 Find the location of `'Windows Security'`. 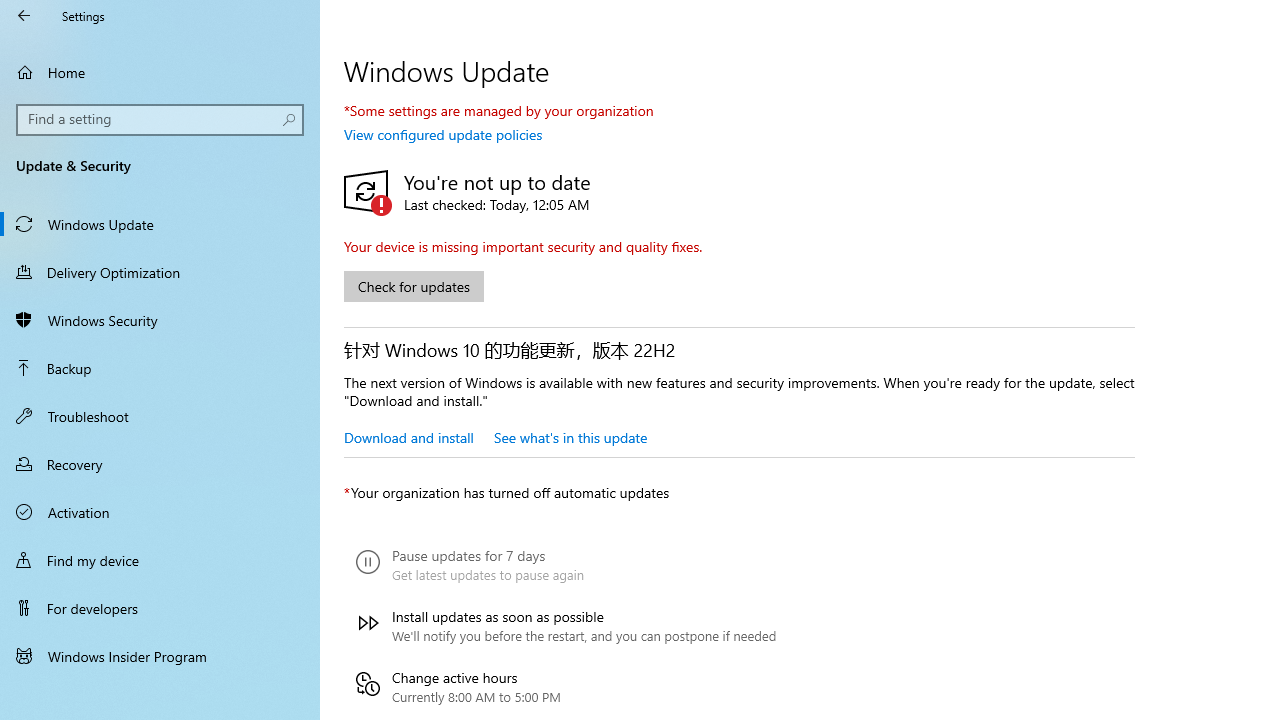

'Windows Security' is located at coordinates (160, 319).